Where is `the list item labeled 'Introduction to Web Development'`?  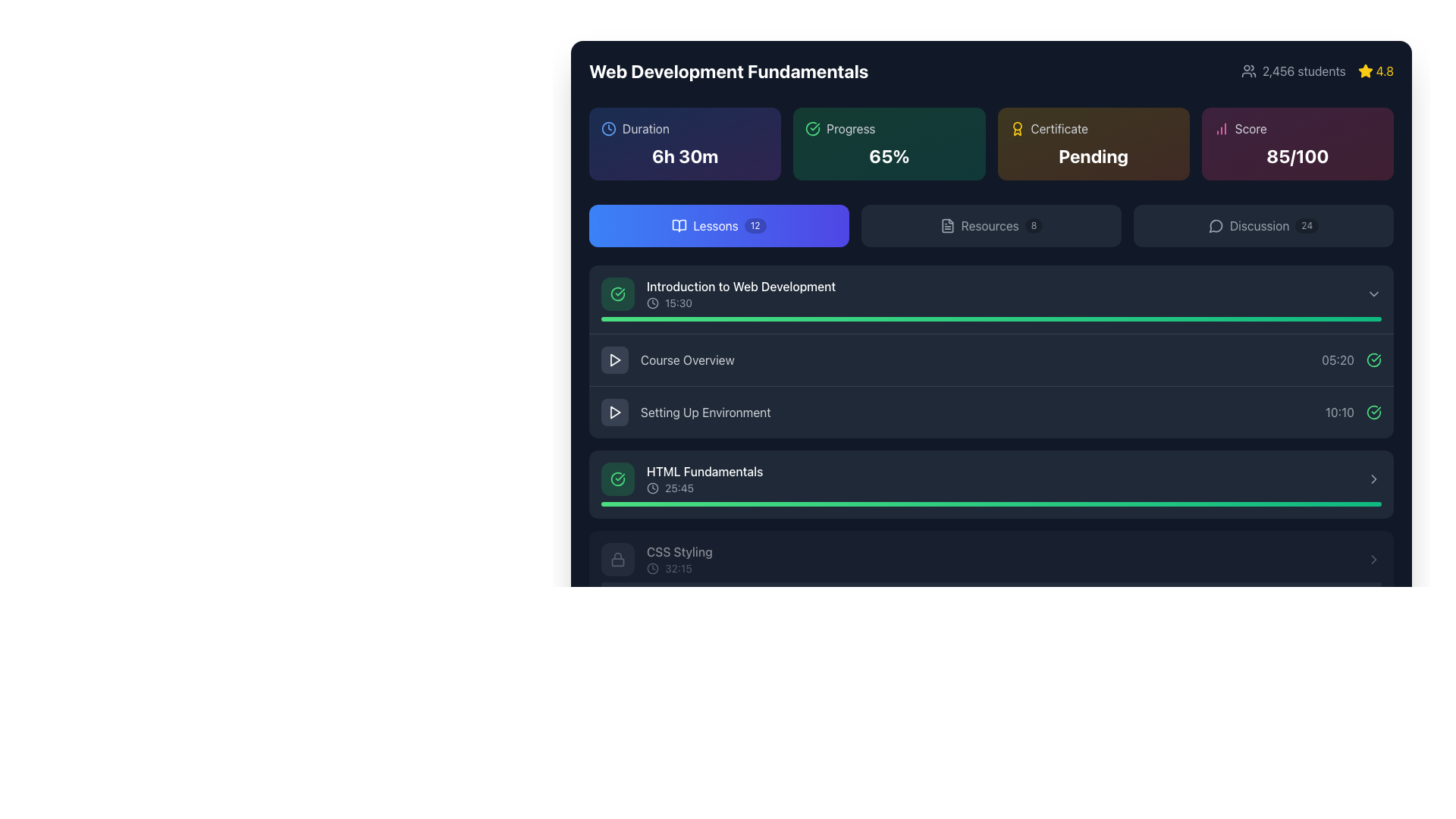
the list item labeled 'Introduction to Web Development' is located at coordinates (741, 294).